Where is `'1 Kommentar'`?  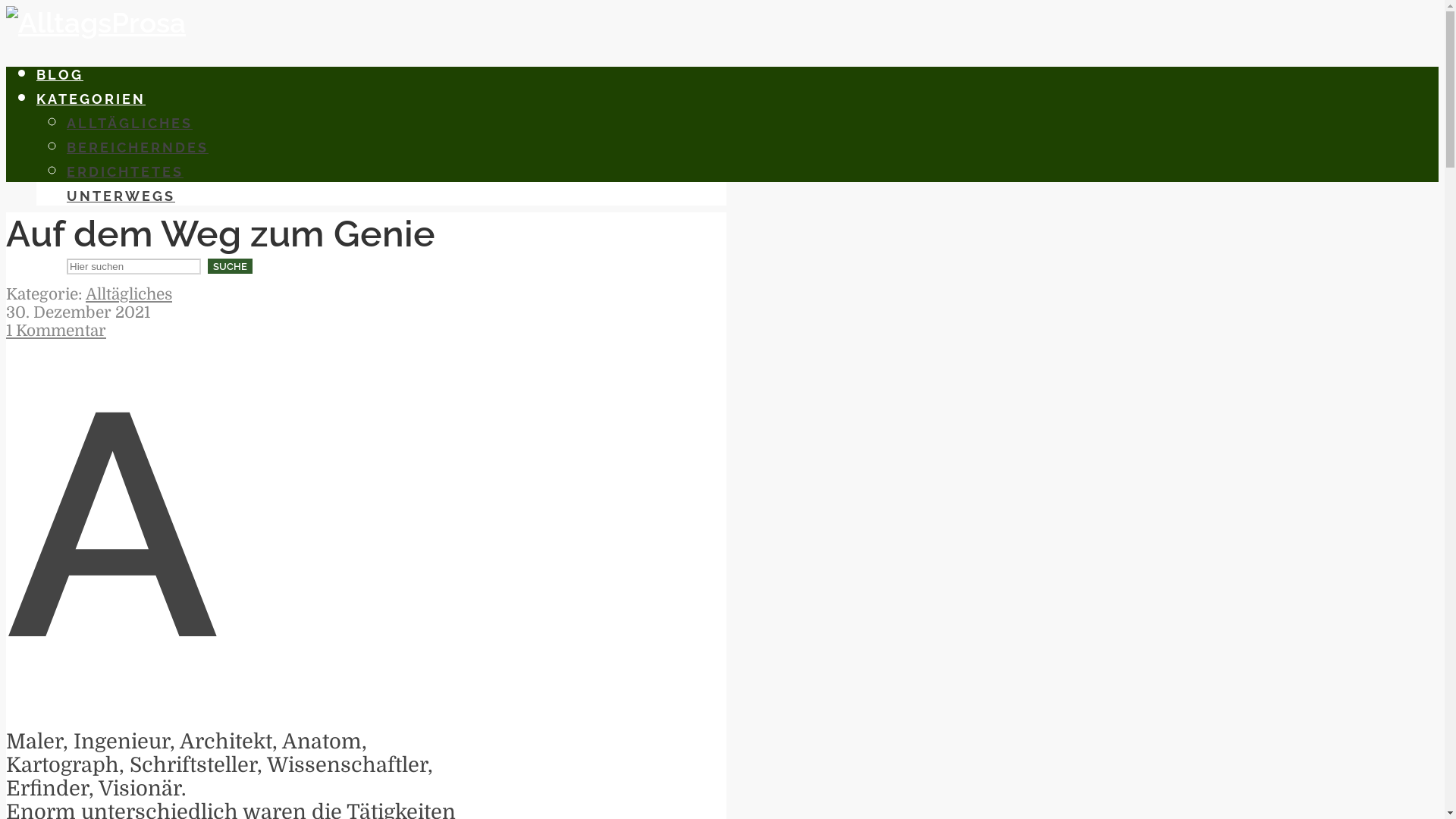
'1 Kommentar' is located at coordinates (55, 329).